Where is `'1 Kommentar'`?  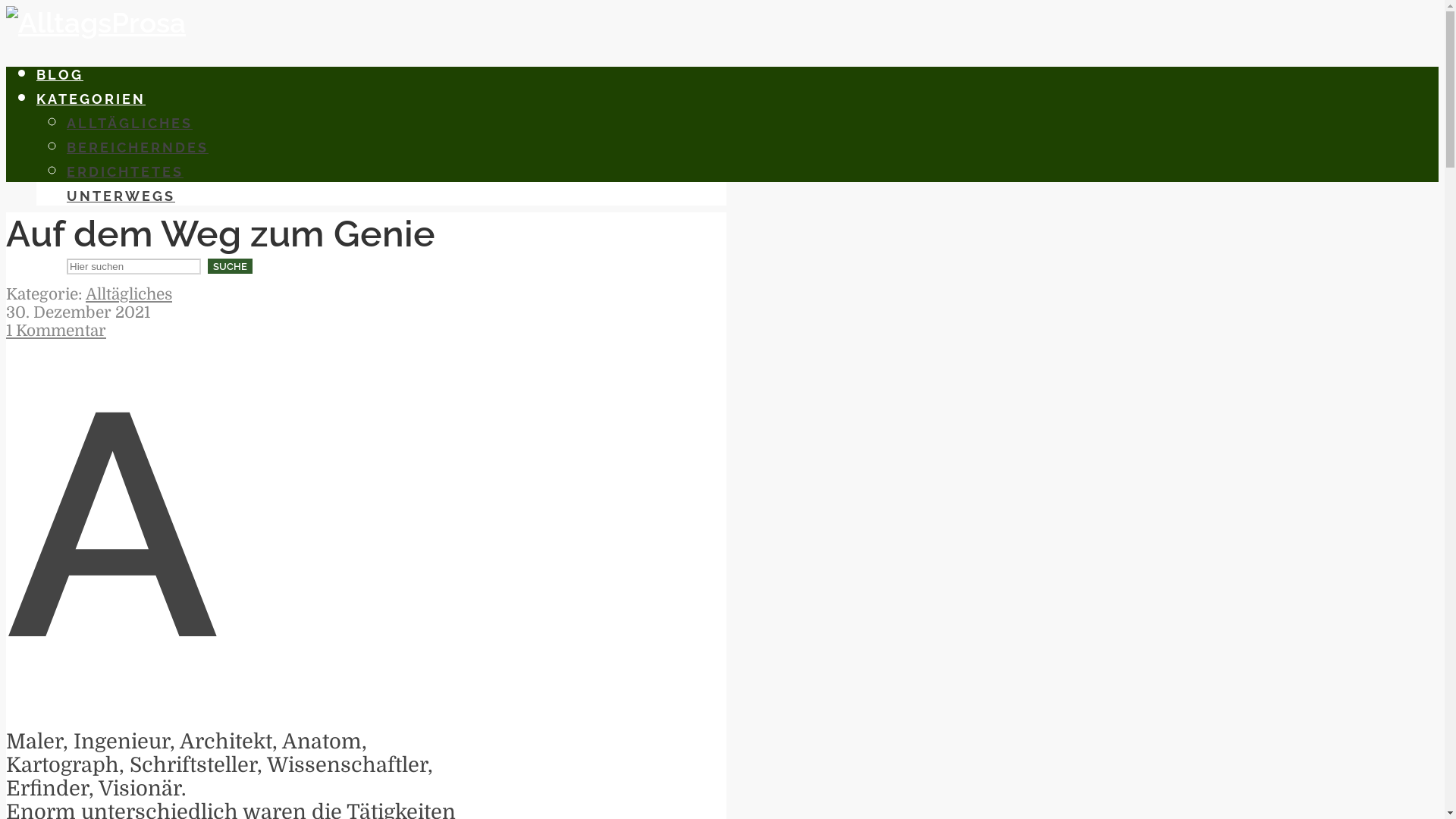
'1 Kommentar' is located at coordinates (55, 329).